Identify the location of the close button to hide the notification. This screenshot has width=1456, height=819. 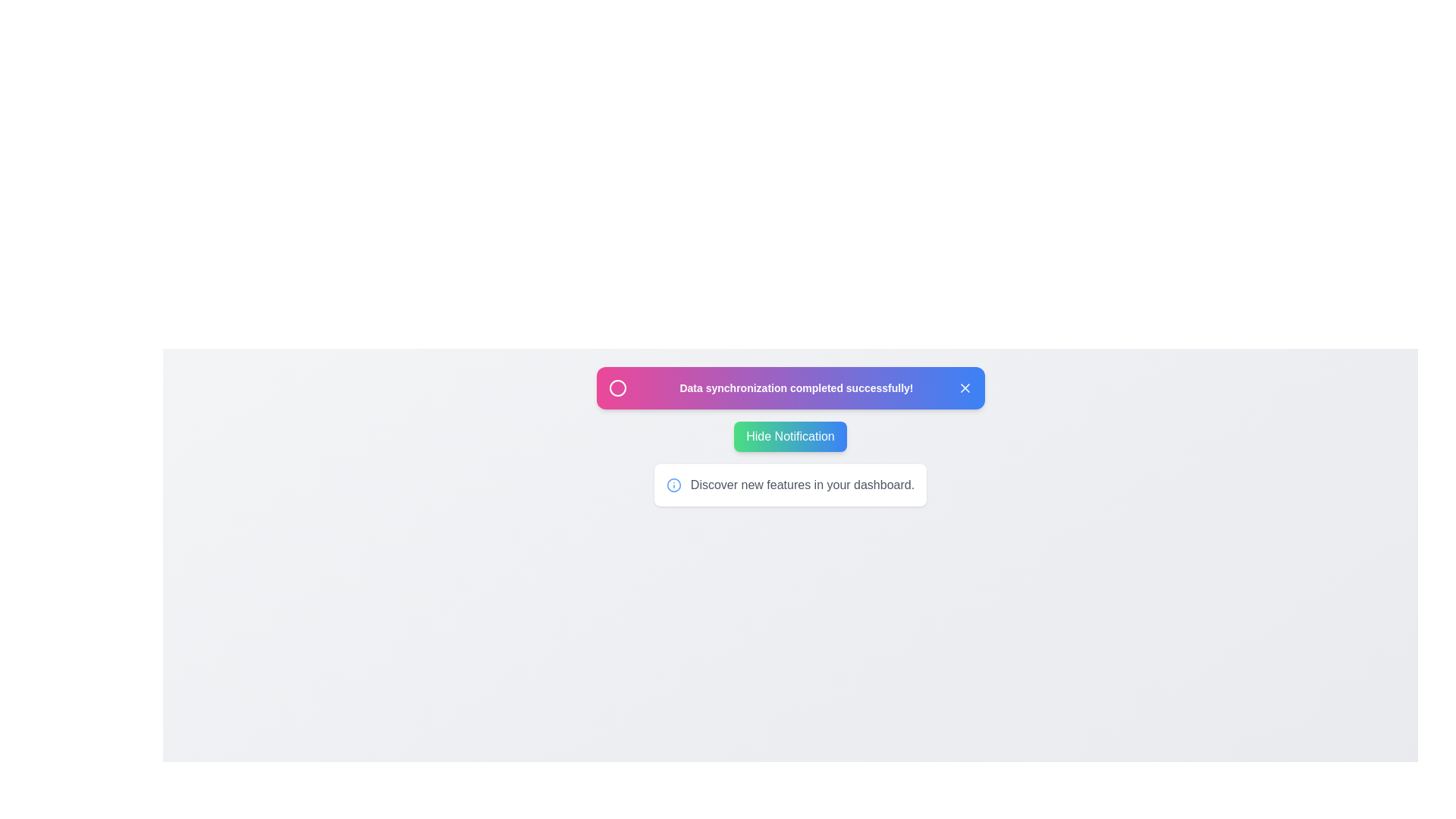
(964, 388).